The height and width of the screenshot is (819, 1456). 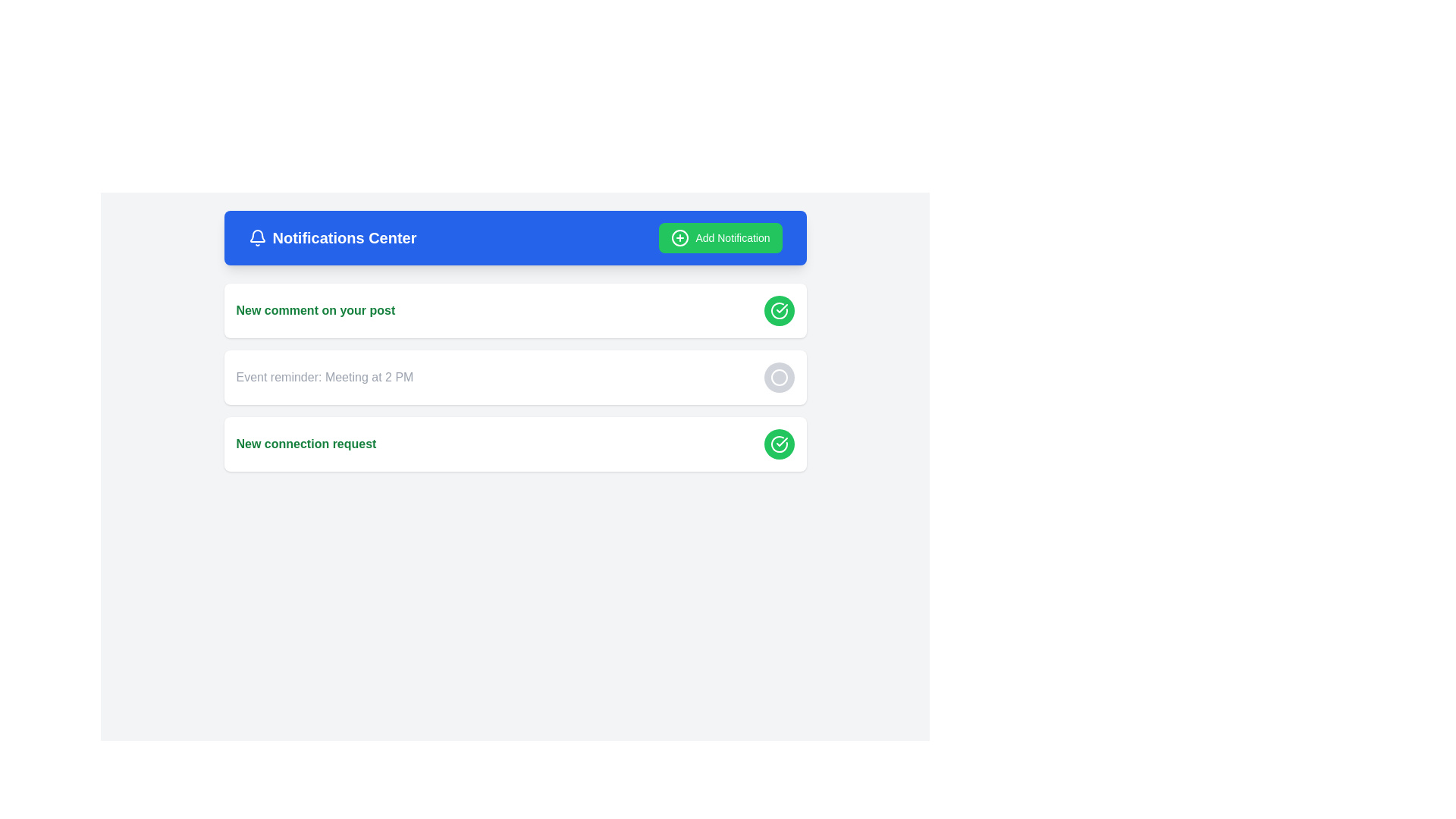 I want to click on notification message indicating a new comment on the user's post, which is the uppermost text in the Notifications Center section, so click(x=315, y=309).